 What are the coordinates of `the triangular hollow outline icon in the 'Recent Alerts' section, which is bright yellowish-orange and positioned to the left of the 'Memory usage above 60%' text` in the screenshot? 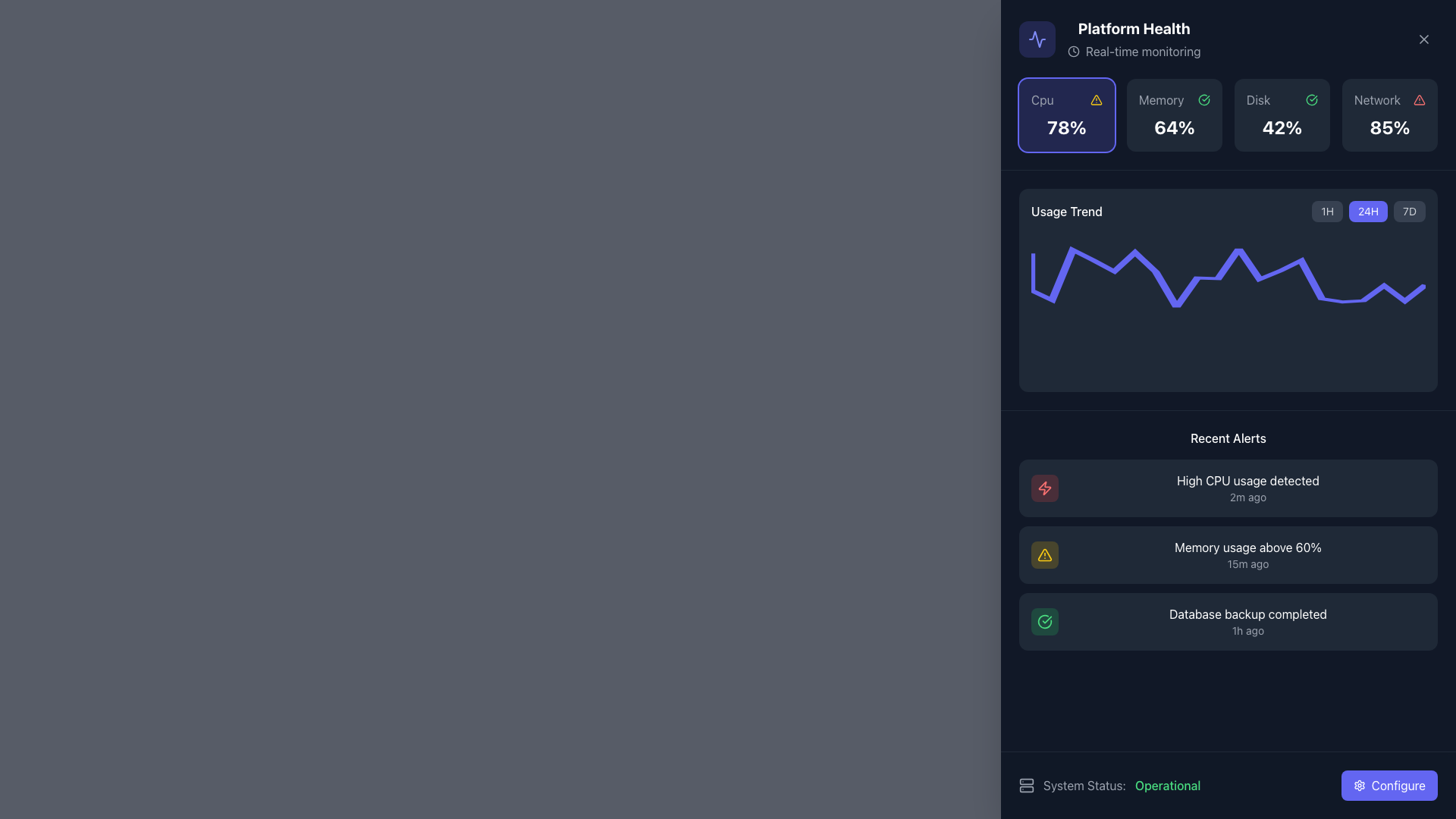 It's located at (1043, 555).